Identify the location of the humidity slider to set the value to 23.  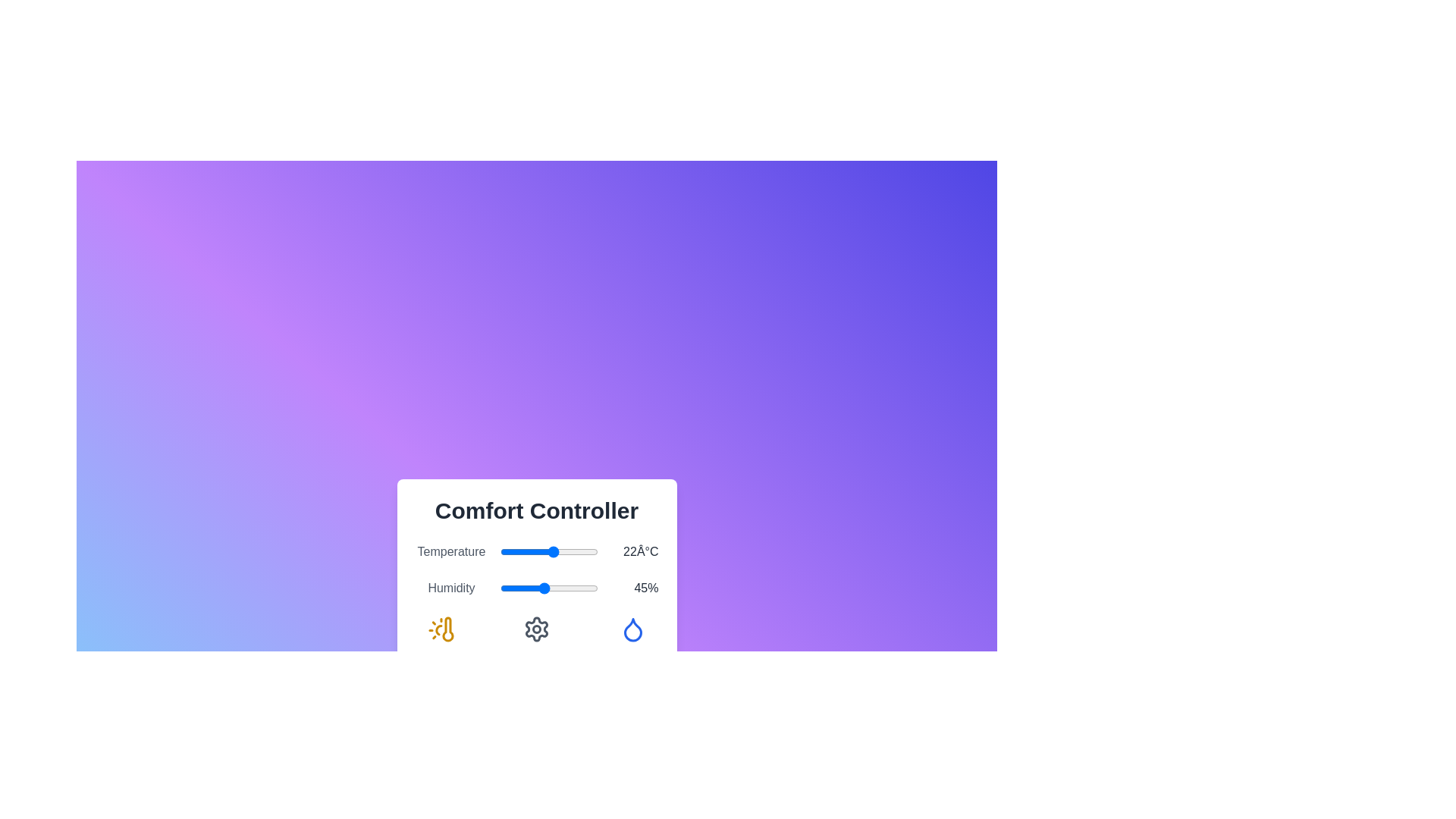
(522, 587).